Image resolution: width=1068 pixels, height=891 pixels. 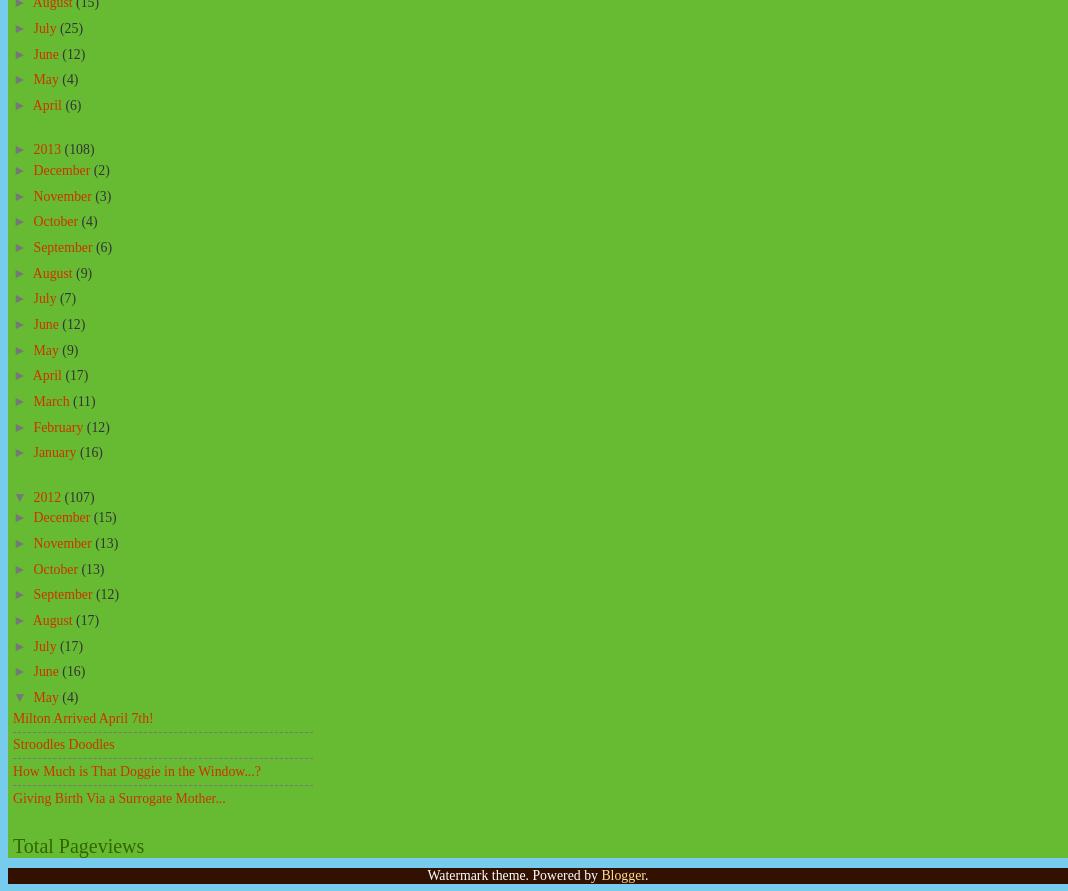 I want to click on 'Milton Arrived April 7th!', so click(x=12, y=717).